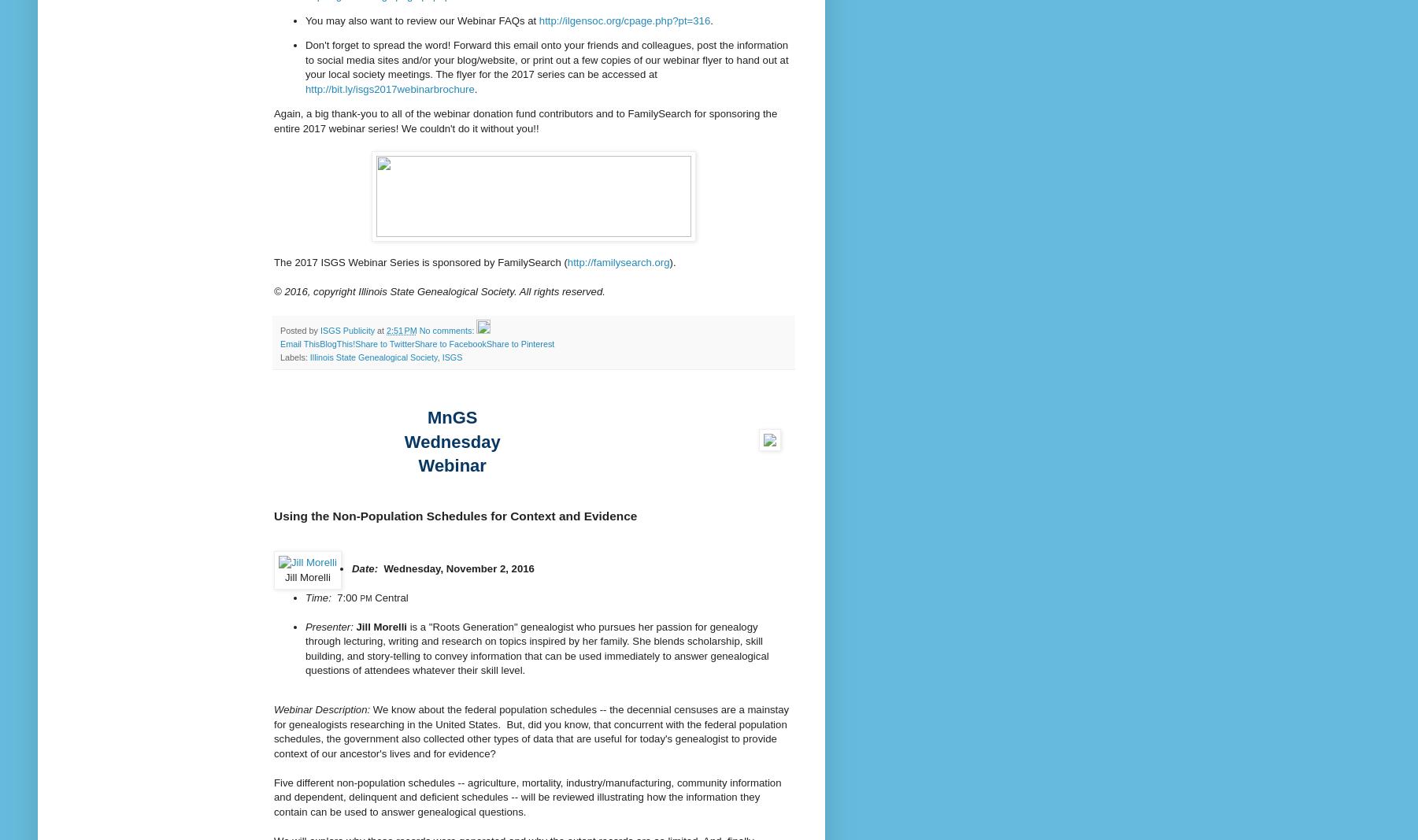  Describe the element at coordinates (402, 329) in the screenshot. I see `'2:51 PM'` at that location.